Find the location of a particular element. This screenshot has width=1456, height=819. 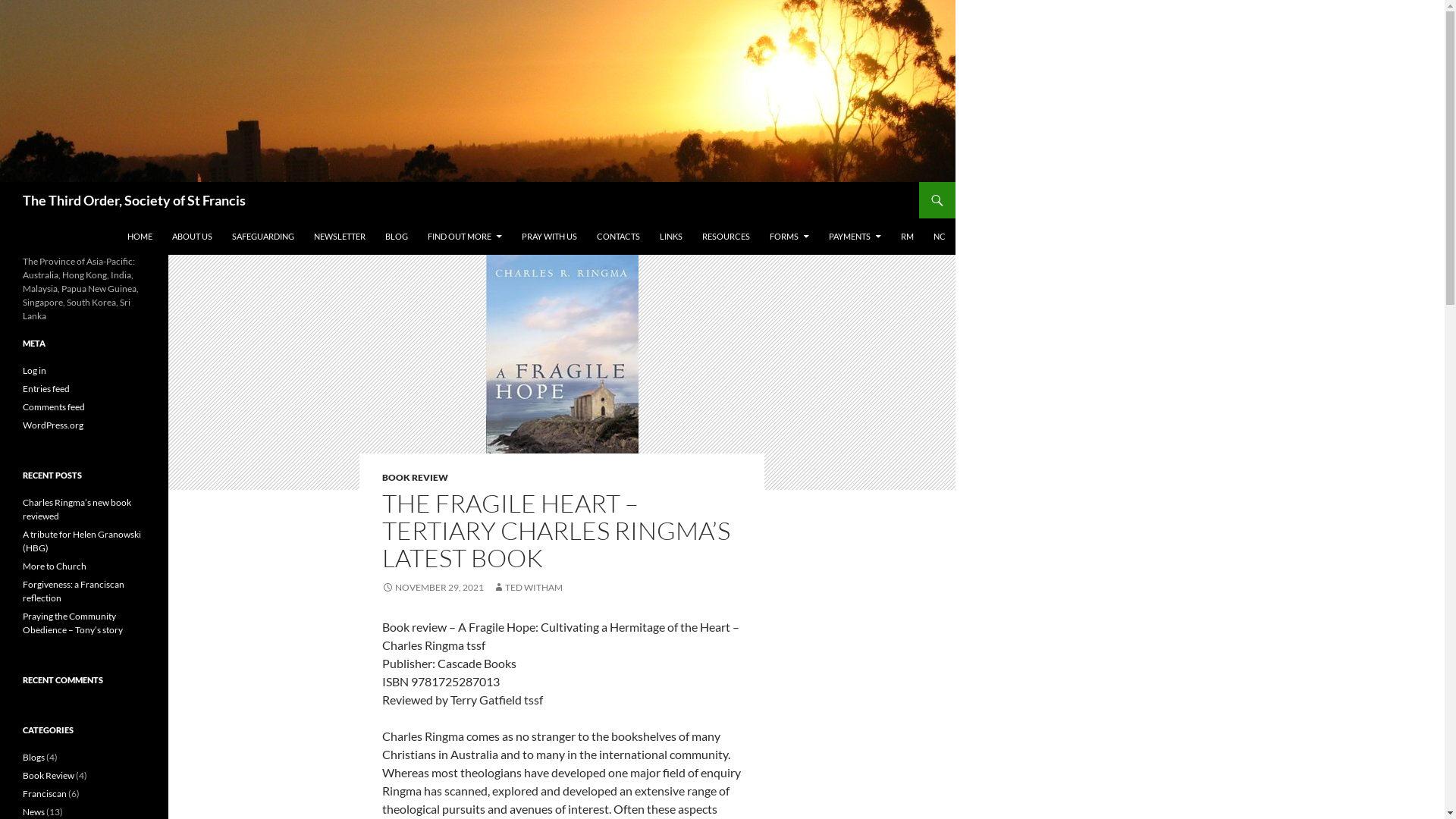

'CONTACTS' is located at coordinates (618, 237).